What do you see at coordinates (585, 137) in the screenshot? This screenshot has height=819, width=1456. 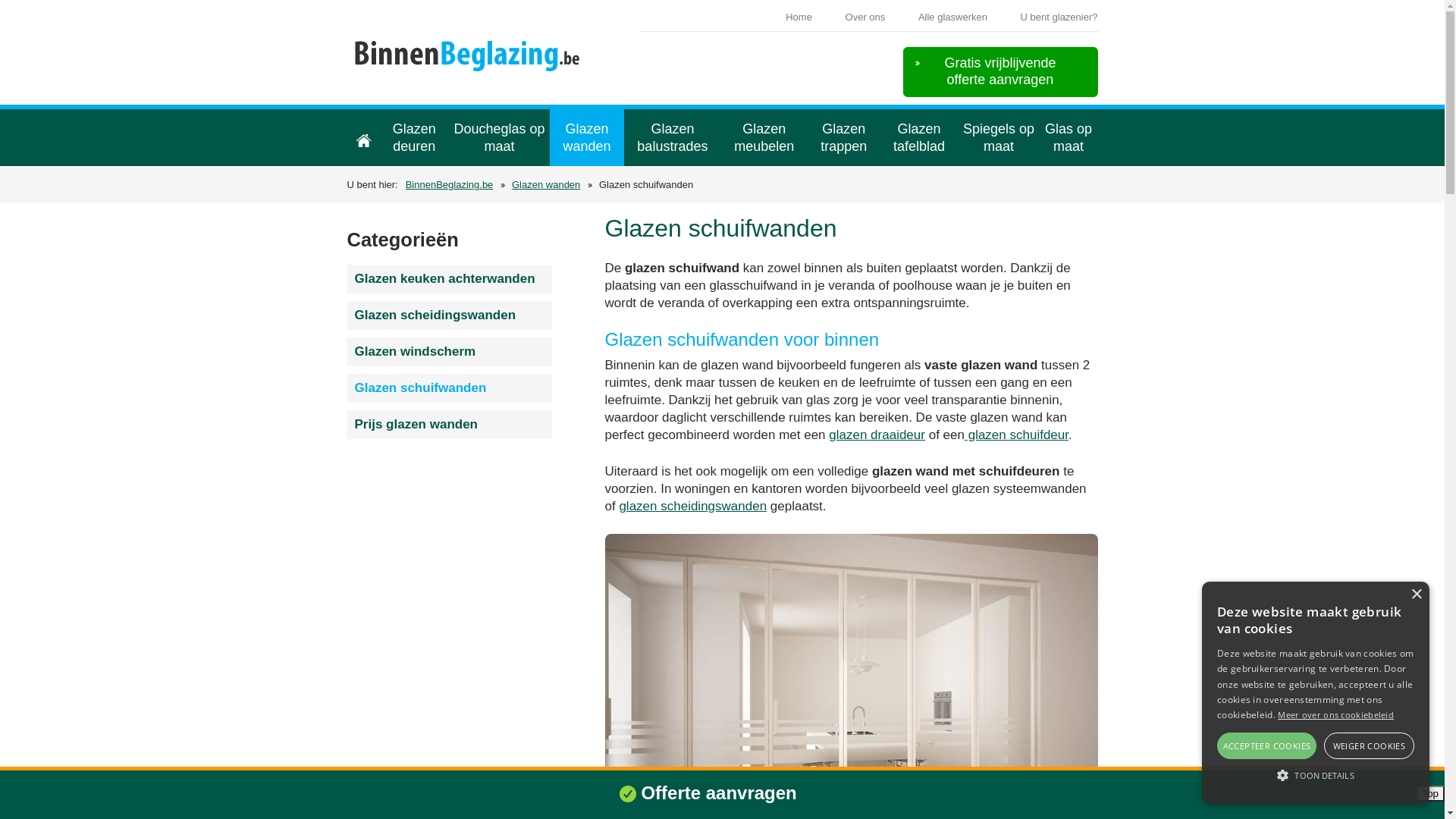 I see `'Glazen wanden'` at bounding box center [585, 137].